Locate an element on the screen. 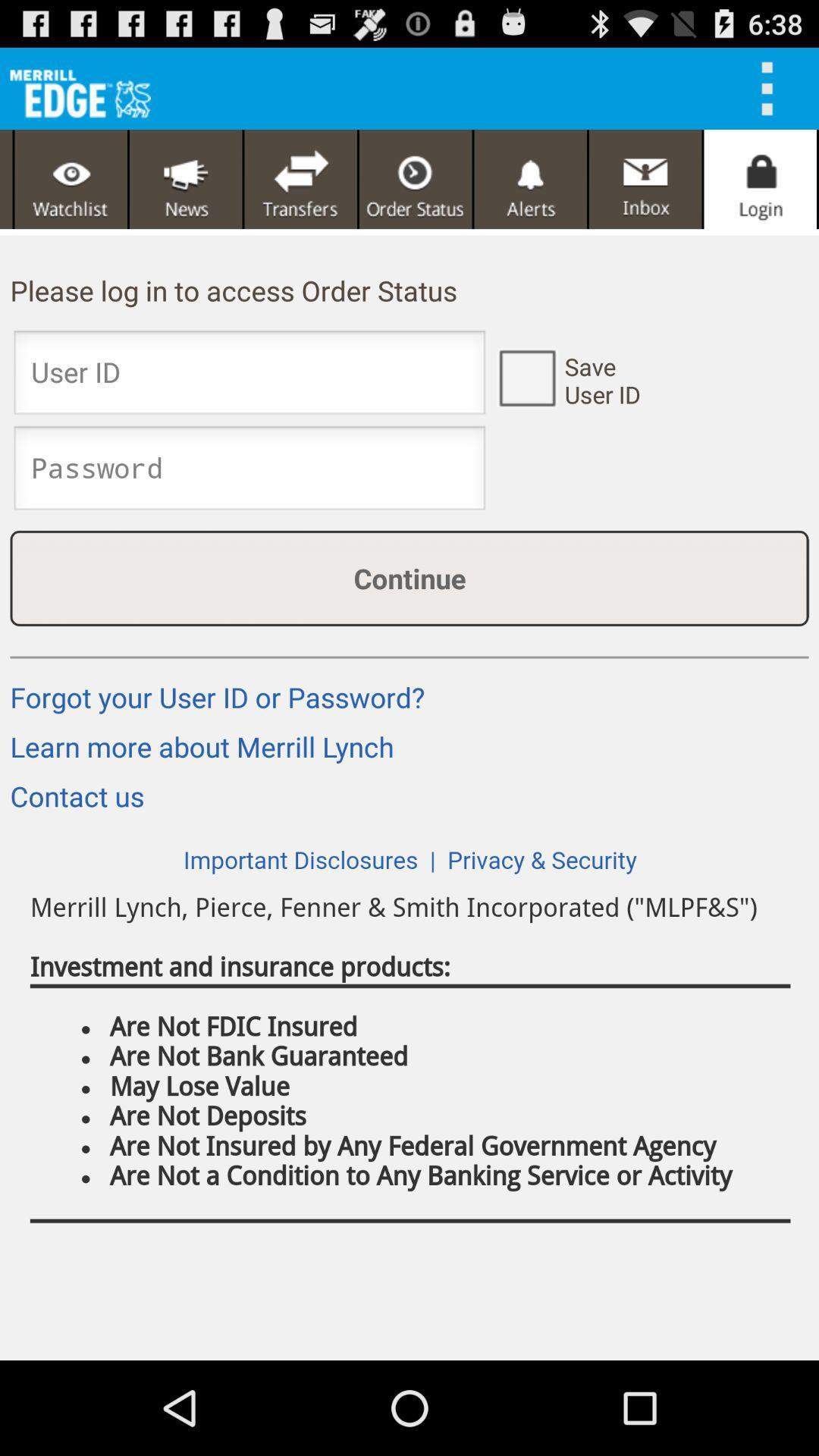 The image size is (819, 1456). the time icon is located at coordinates (416, 191).